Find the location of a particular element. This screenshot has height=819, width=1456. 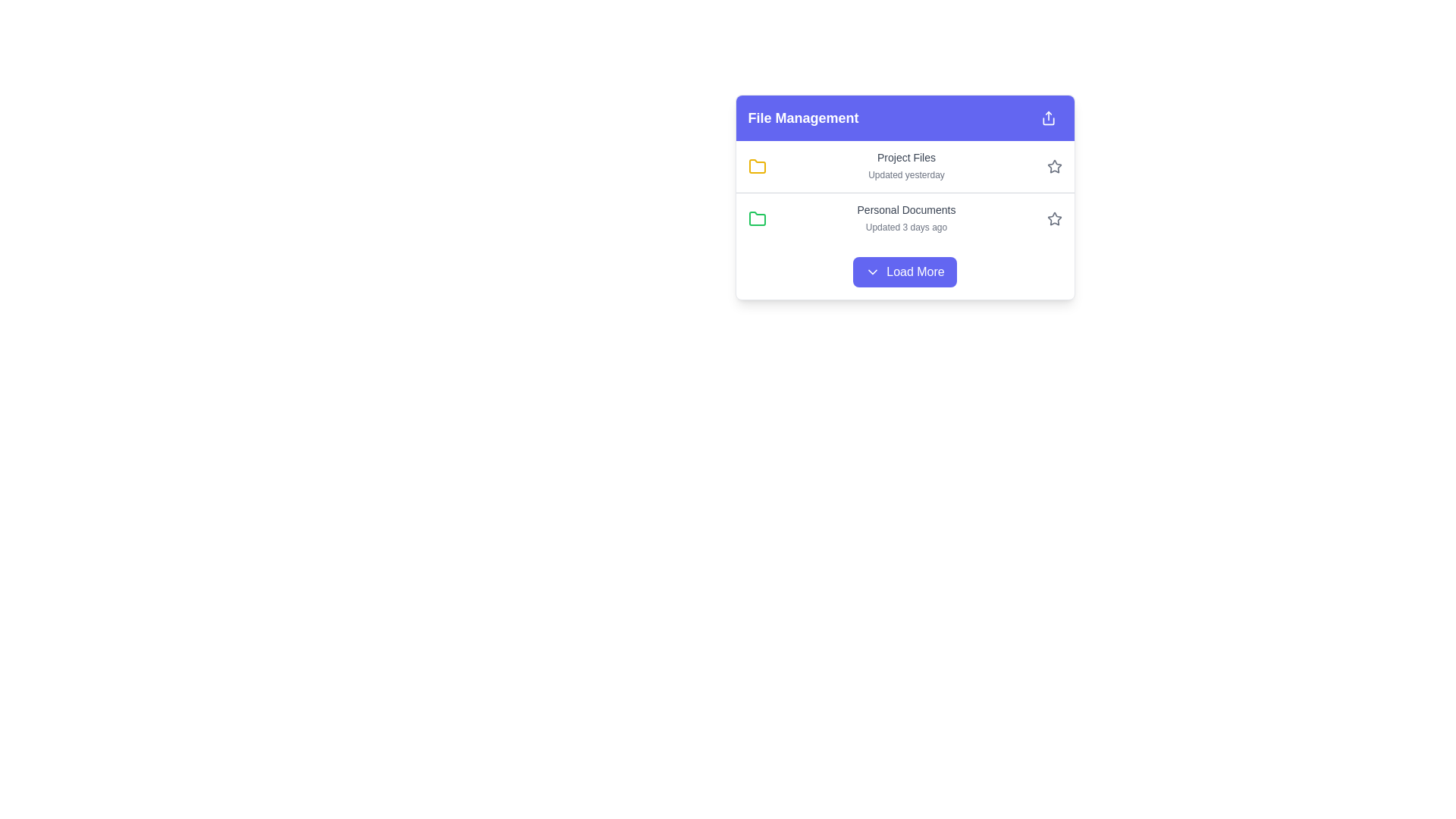

the folder icon with a green outline located in the 'File Management' section, specifically the second icon in the column next to 'Personal Documents' is located at coordinates (757, 218).